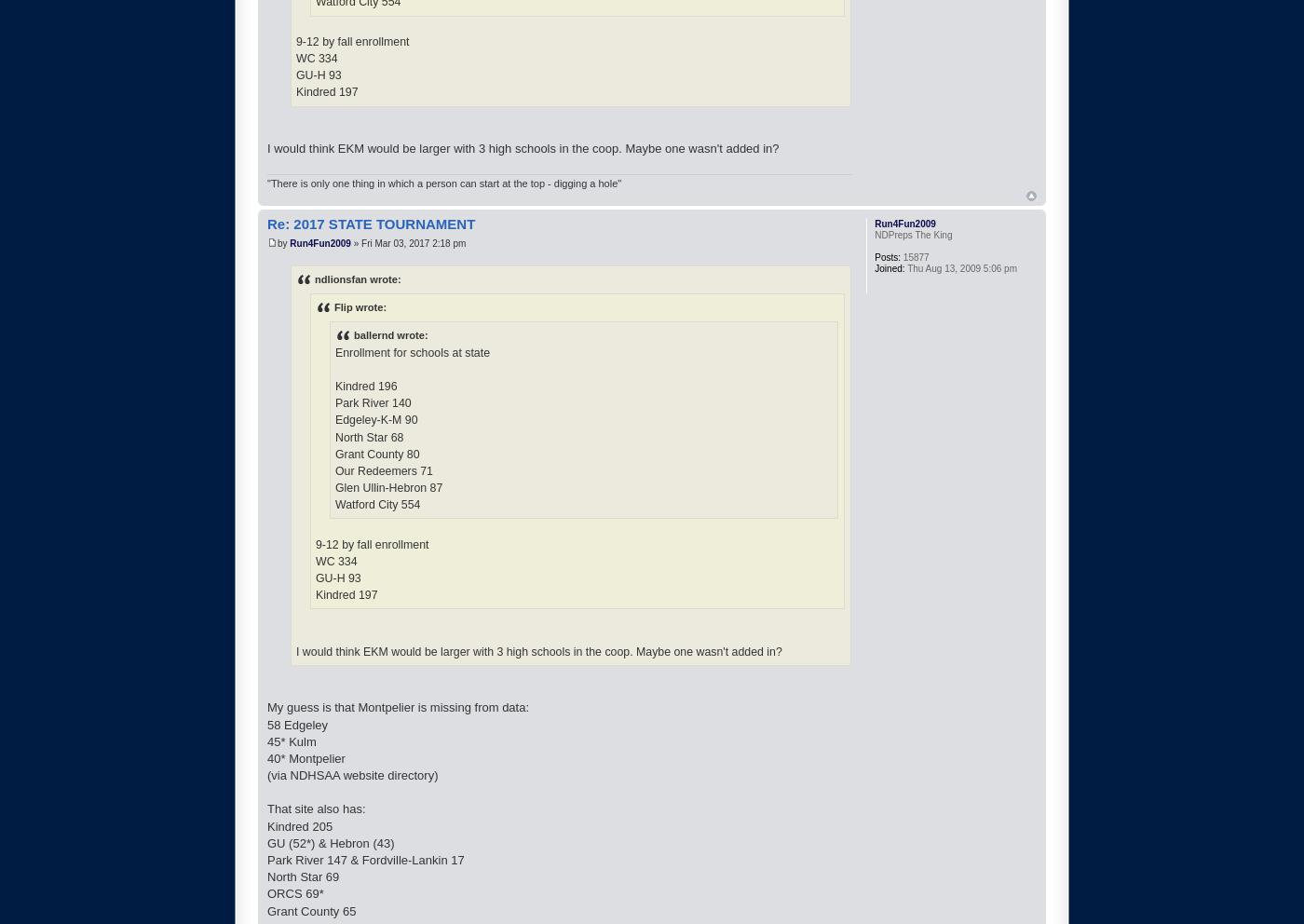  What do you see at coordinates (365, 859) in the screenshot?
I see `'Park River 147 & Fordville-Lankin 17'` at bounding box center [365, 859].